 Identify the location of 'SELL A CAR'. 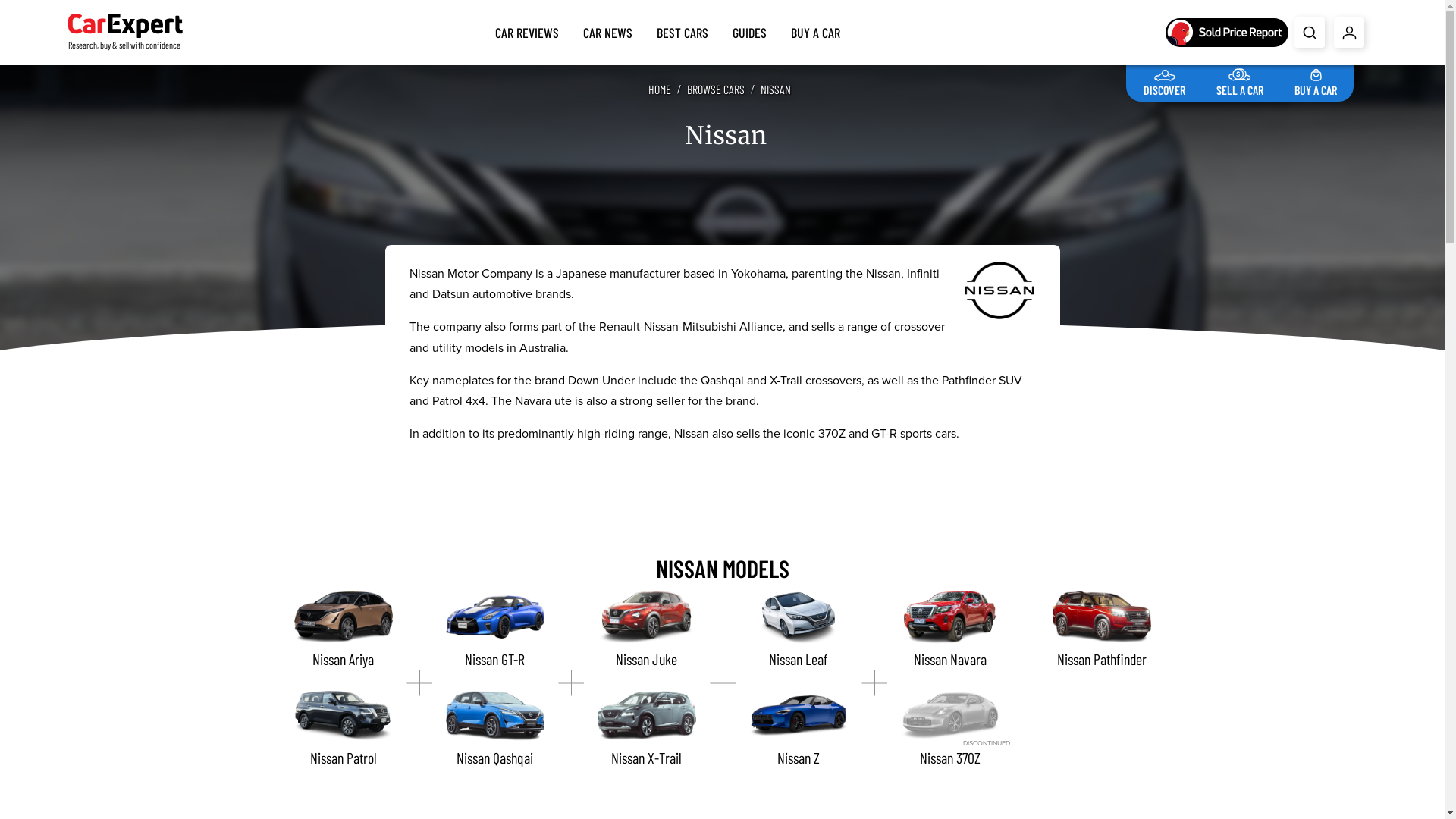
(1240, 80).